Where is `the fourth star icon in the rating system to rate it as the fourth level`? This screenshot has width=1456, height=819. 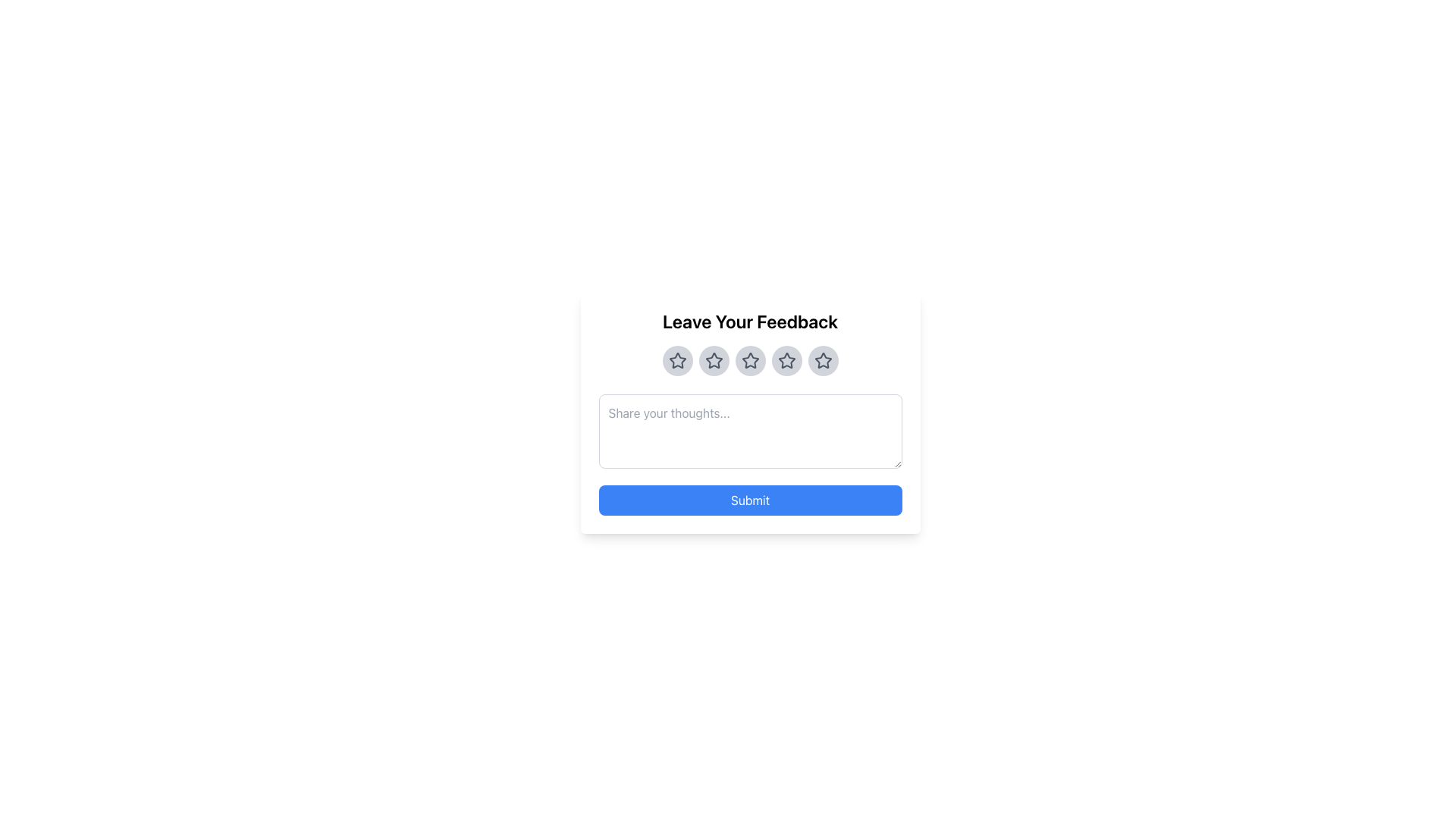 the fourth star icon in the rating system to rate it as the fourth level is located at coordinates (786, 360).